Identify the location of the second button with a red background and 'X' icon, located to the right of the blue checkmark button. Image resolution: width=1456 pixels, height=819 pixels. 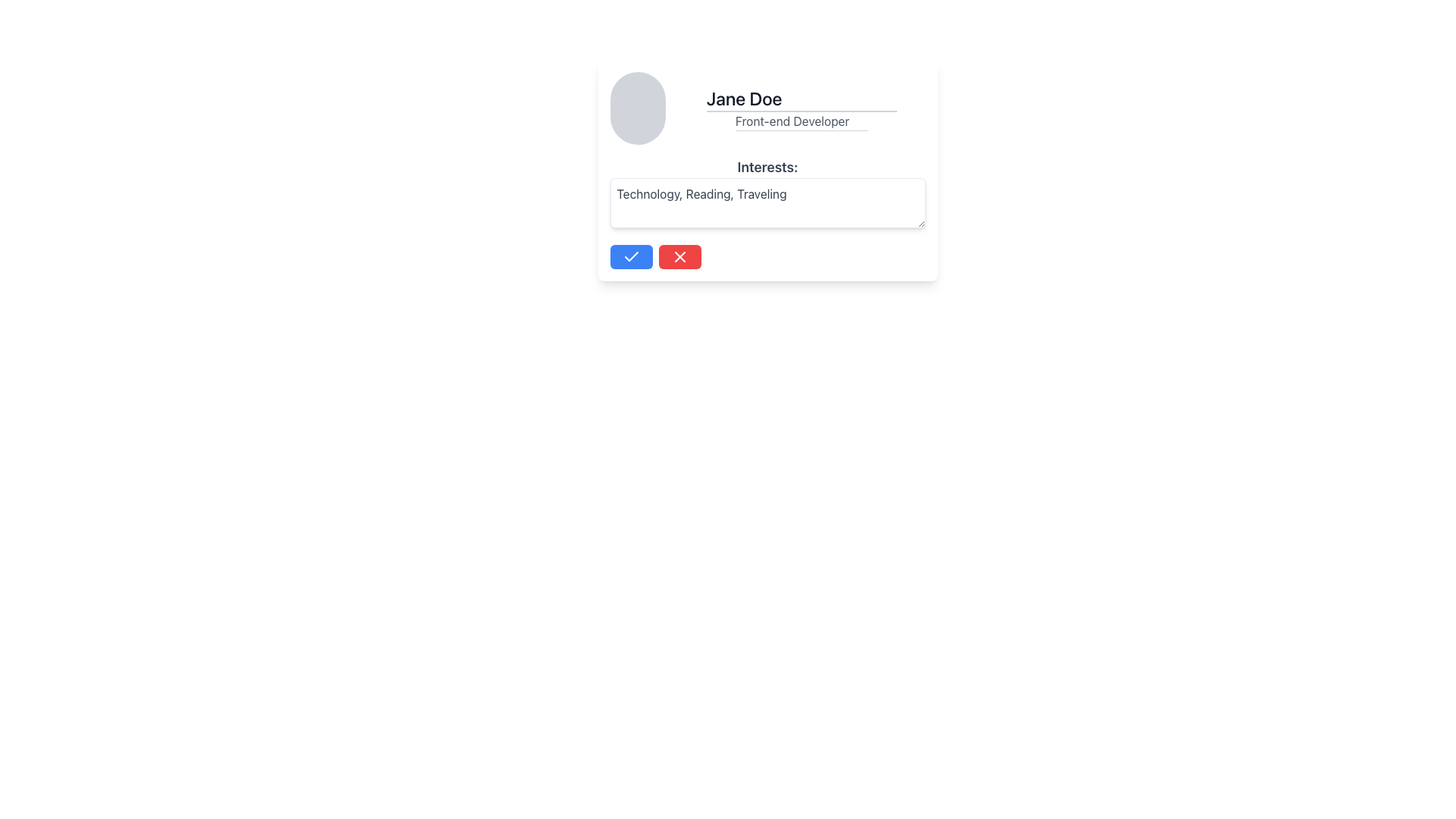
(679, 256).